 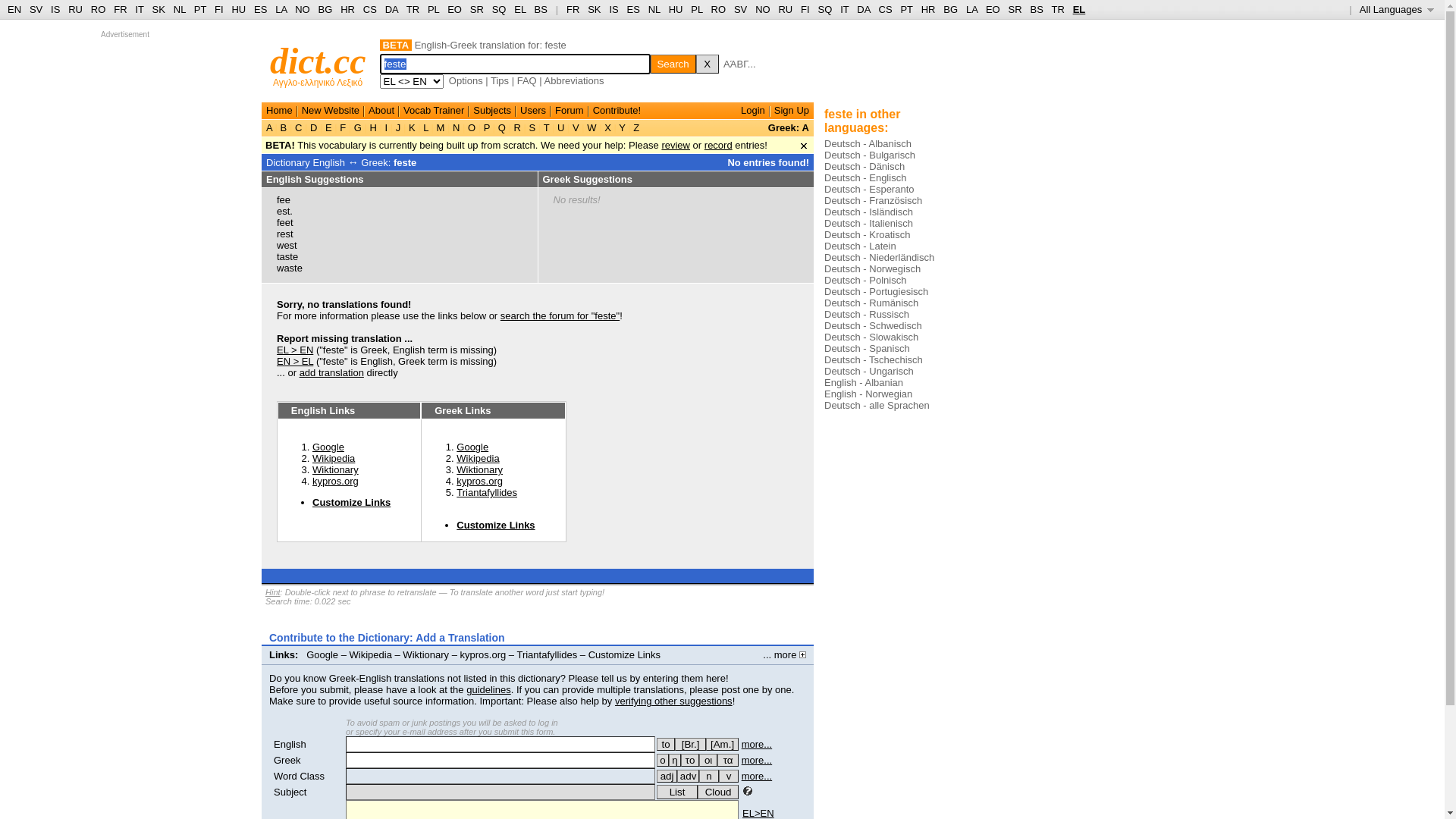 I want to click on 'U', so click(x=560, y=127).